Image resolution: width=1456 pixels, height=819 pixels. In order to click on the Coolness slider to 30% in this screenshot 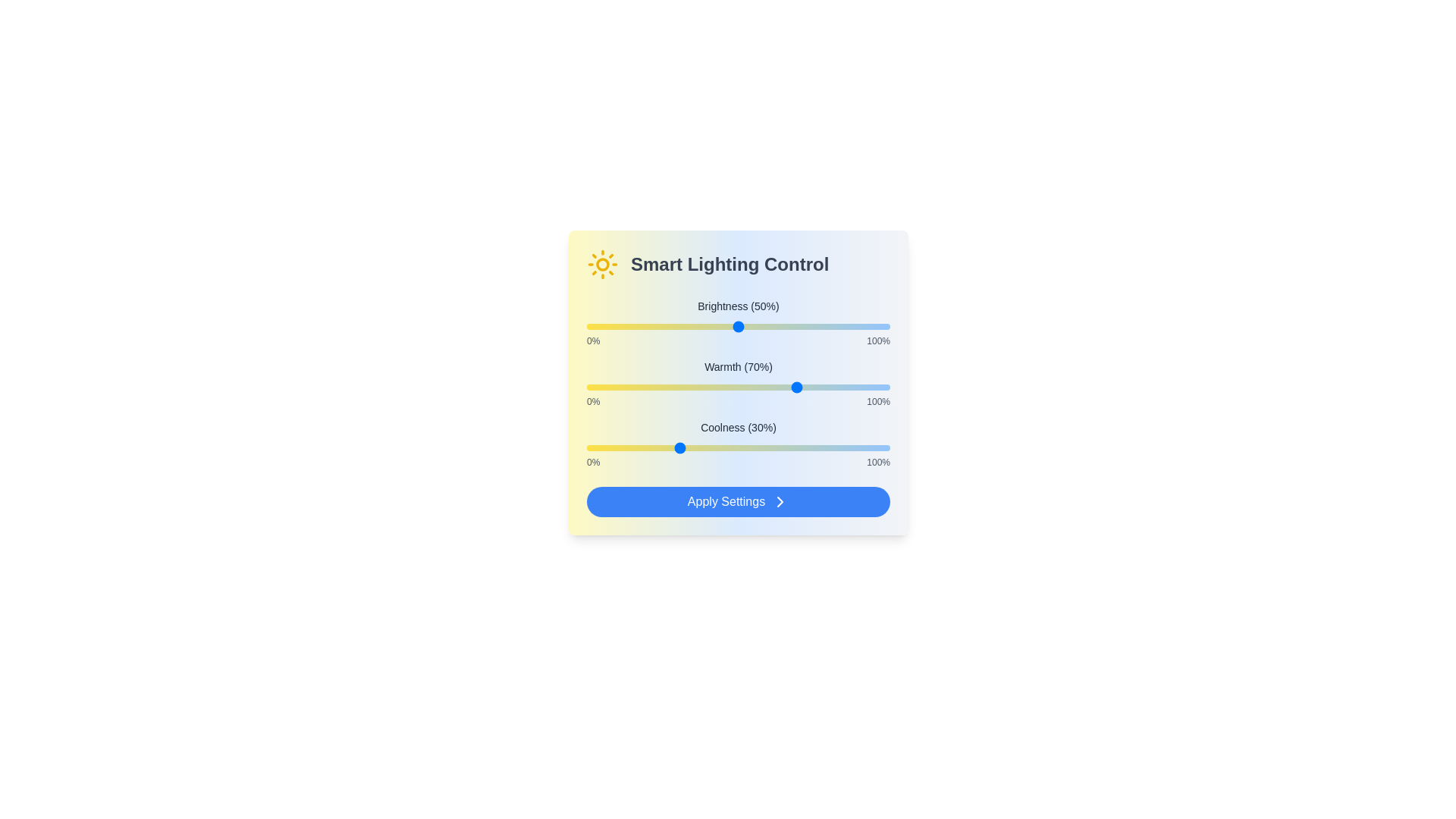, I will do `click(676, 447)`.